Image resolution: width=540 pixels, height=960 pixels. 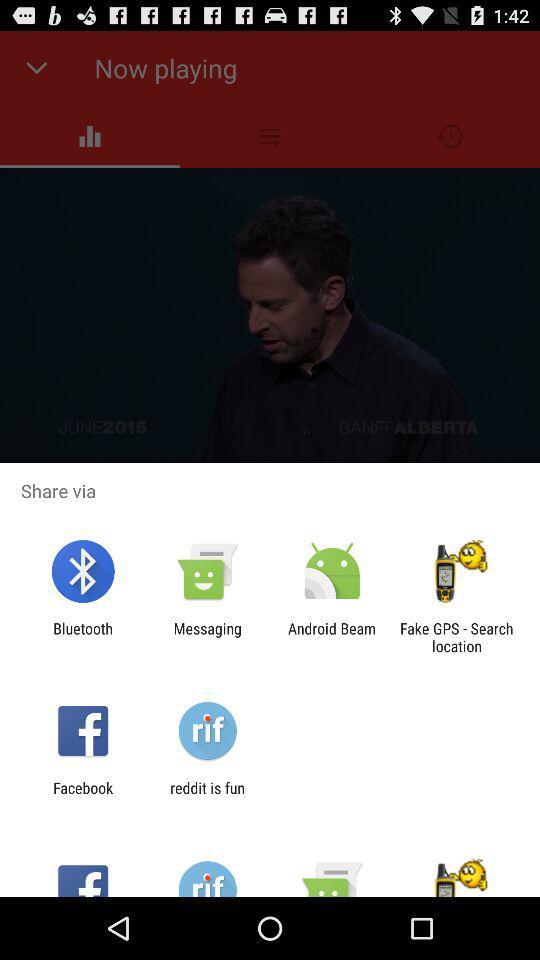 I want to click on the item next to the android beam icon, so click(x=206, y=636).